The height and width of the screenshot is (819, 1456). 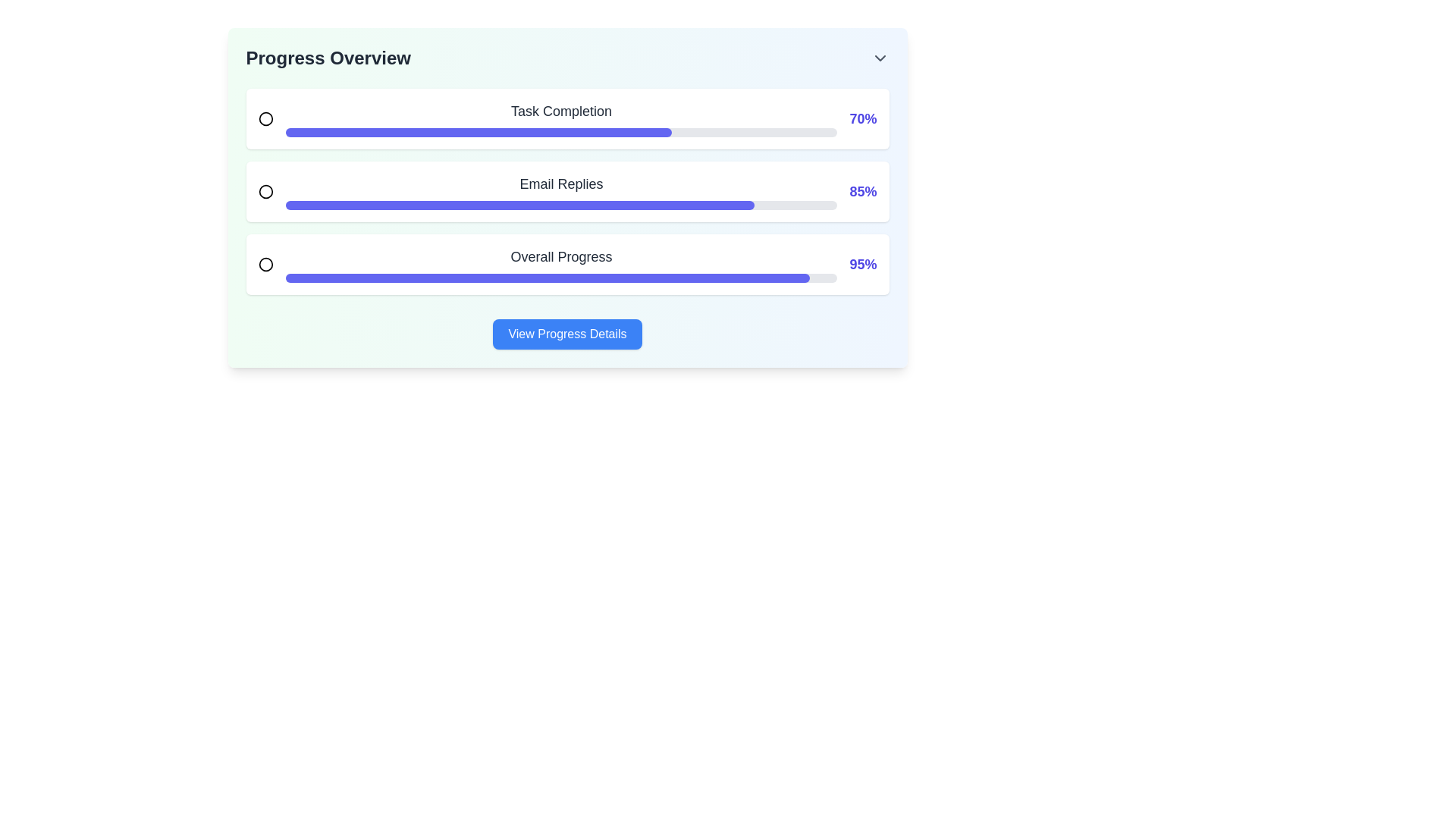 What do you see at coordinates (560, 263) in the screenshot?
I see `the 'Overall Progress' text and progress bar combination located in the lower section of the 'Progress Overview' component` at bounding box center [560, 263].